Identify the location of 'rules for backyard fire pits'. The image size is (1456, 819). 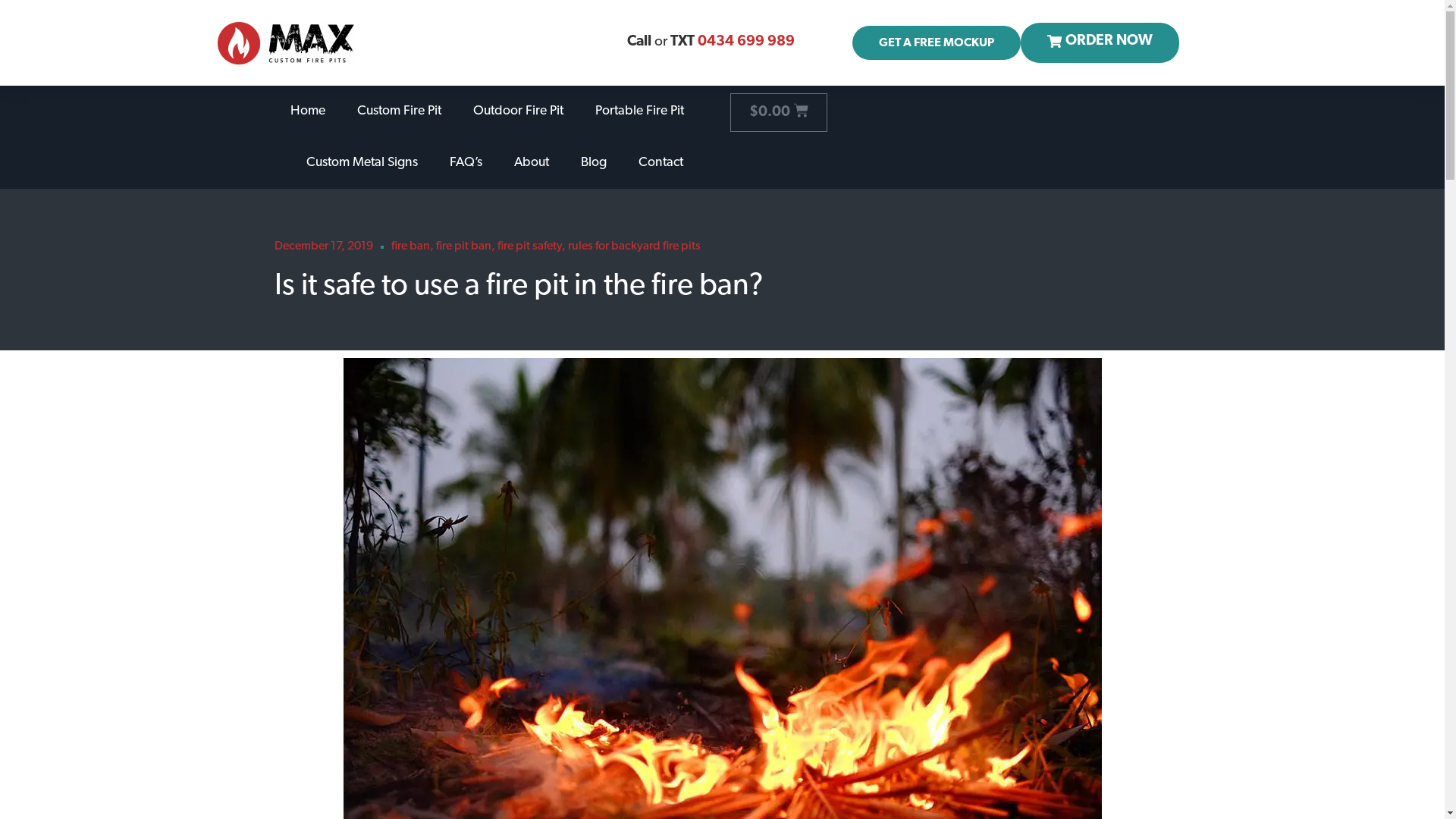
(634, 245).